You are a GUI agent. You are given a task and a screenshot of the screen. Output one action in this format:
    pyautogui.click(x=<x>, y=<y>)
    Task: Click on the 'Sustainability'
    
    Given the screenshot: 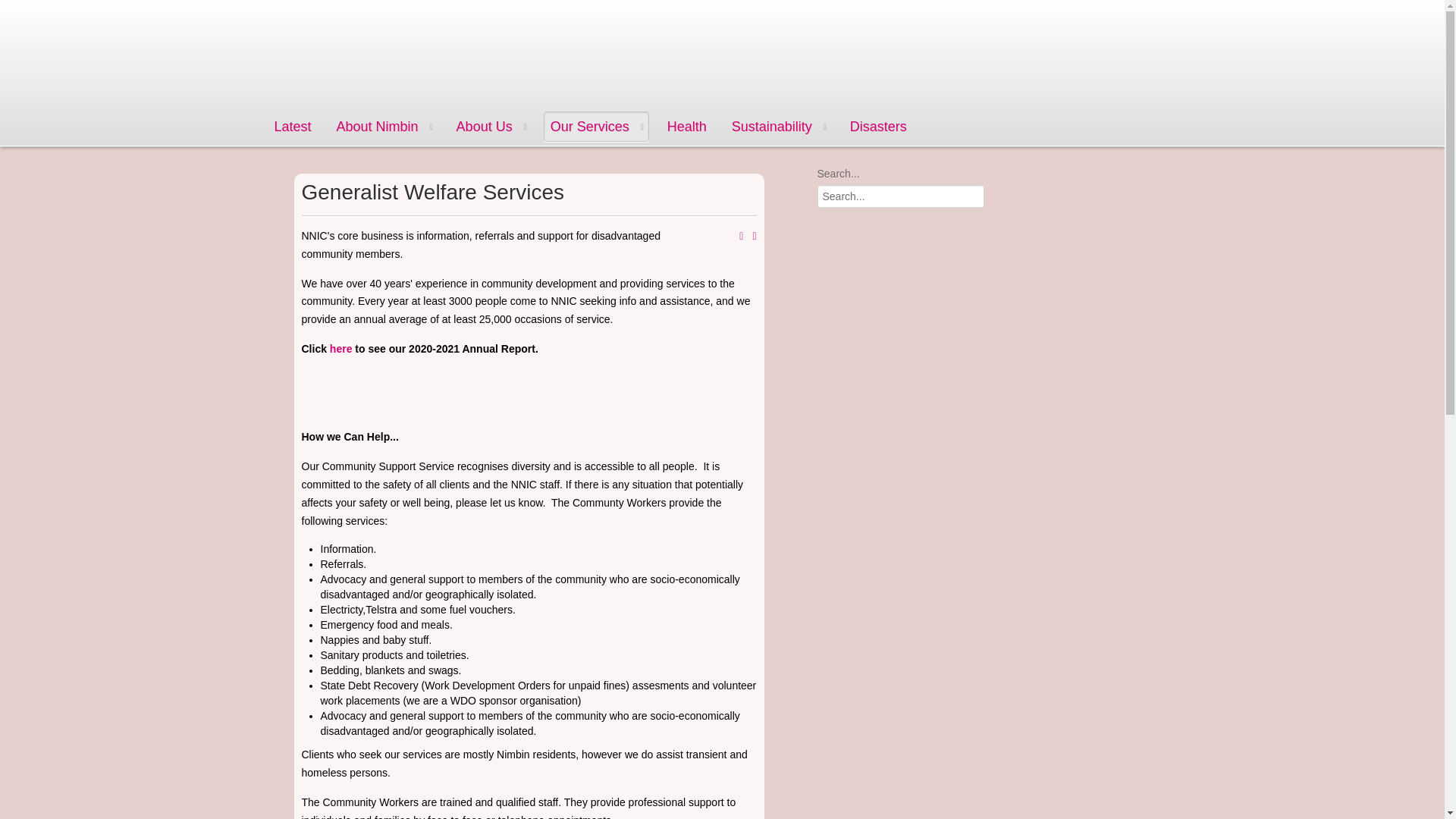 What is the action you would take?
    pyautogui.click(x=778, y=125)
    